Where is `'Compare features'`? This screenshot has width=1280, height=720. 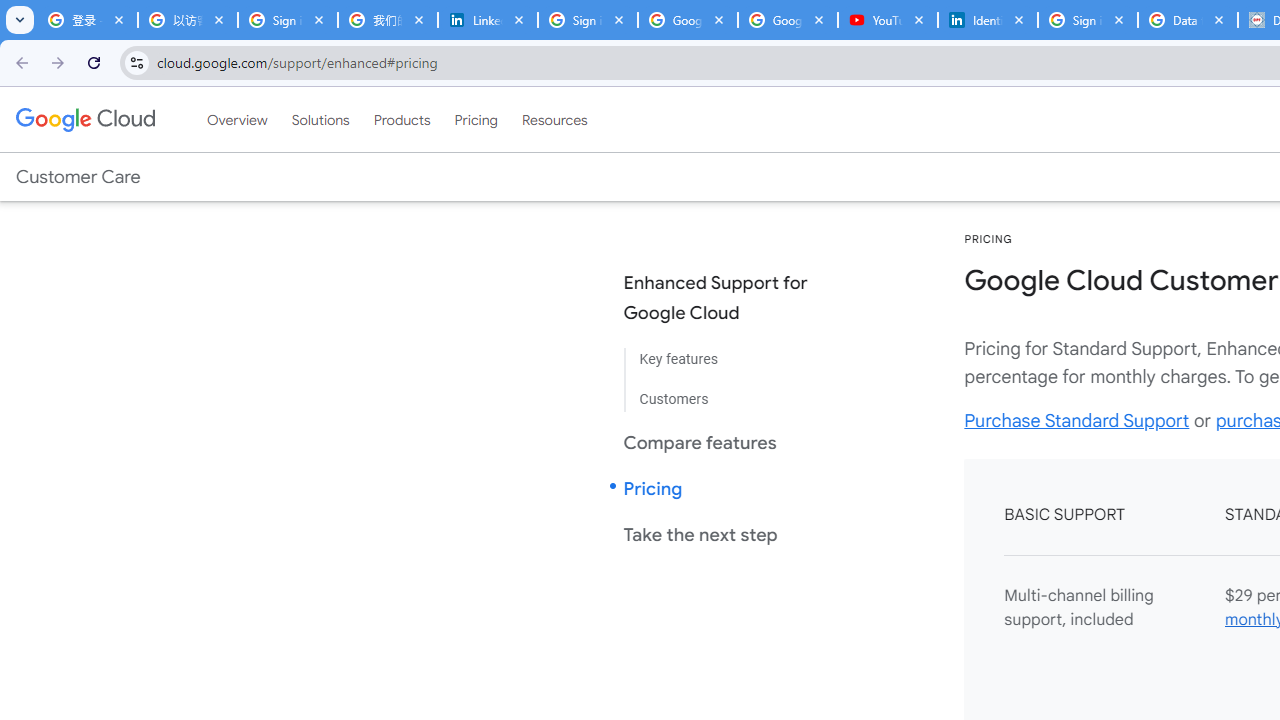 'Compare features' is located at coordinates (731, 441).